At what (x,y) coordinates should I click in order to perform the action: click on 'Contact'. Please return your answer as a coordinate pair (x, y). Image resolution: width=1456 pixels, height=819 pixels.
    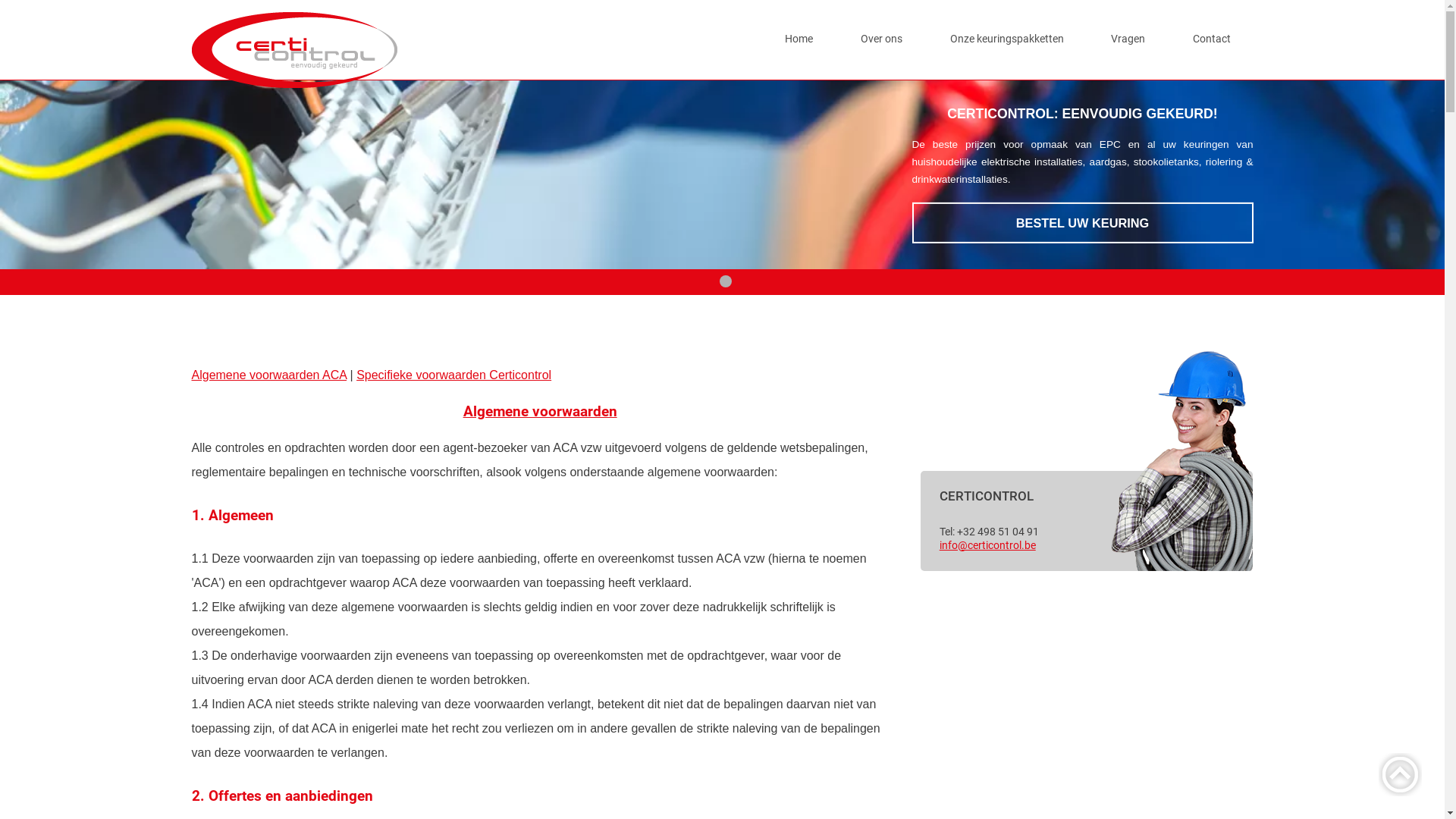
    Looking at the image, I should click on (1211, 38).